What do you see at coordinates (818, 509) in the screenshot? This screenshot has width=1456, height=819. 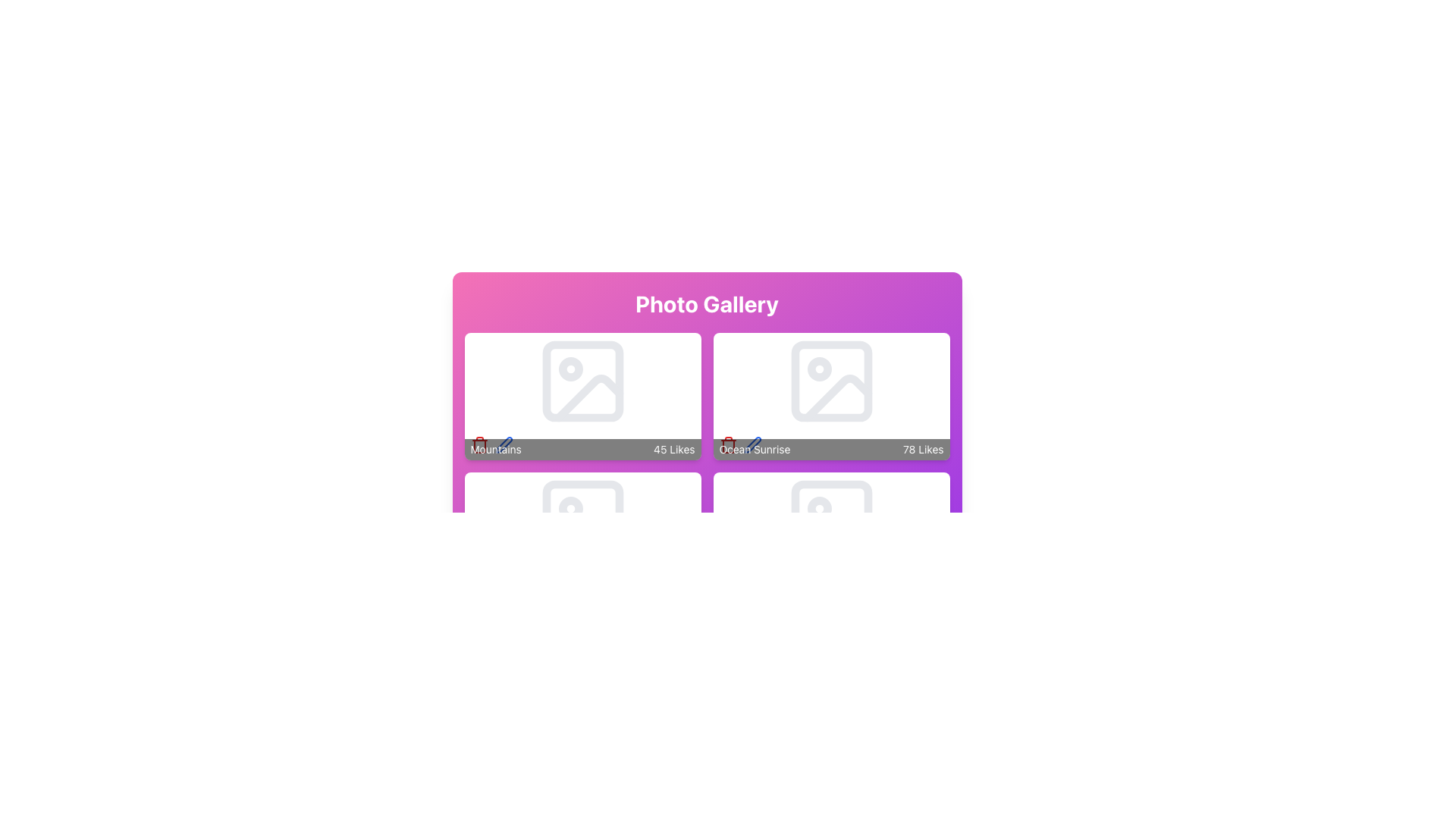 I see `the small circular SVG element located near the bottom-right corner of the 'Photo Gallery' grid` at bounding box center [818, 509].